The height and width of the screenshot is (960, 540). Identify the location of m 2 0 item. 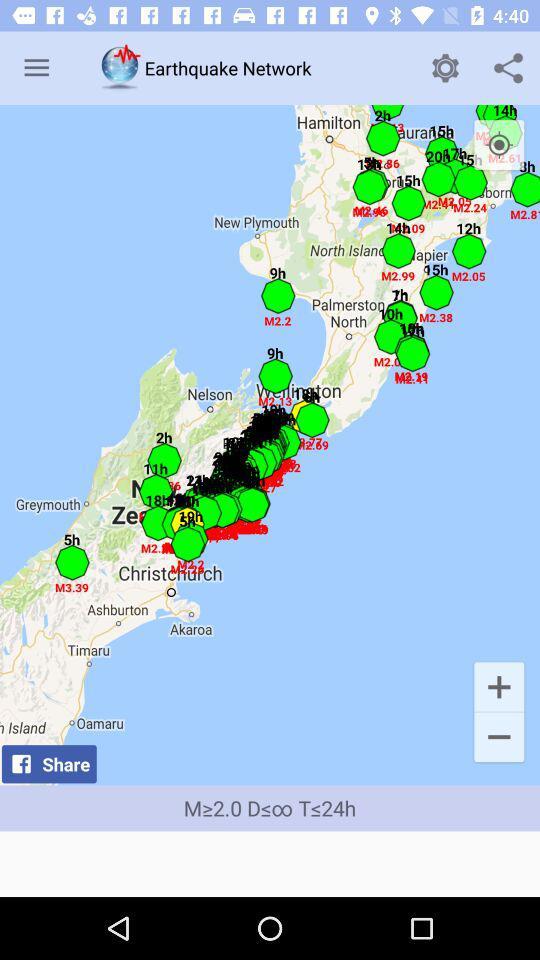
(270, 808).